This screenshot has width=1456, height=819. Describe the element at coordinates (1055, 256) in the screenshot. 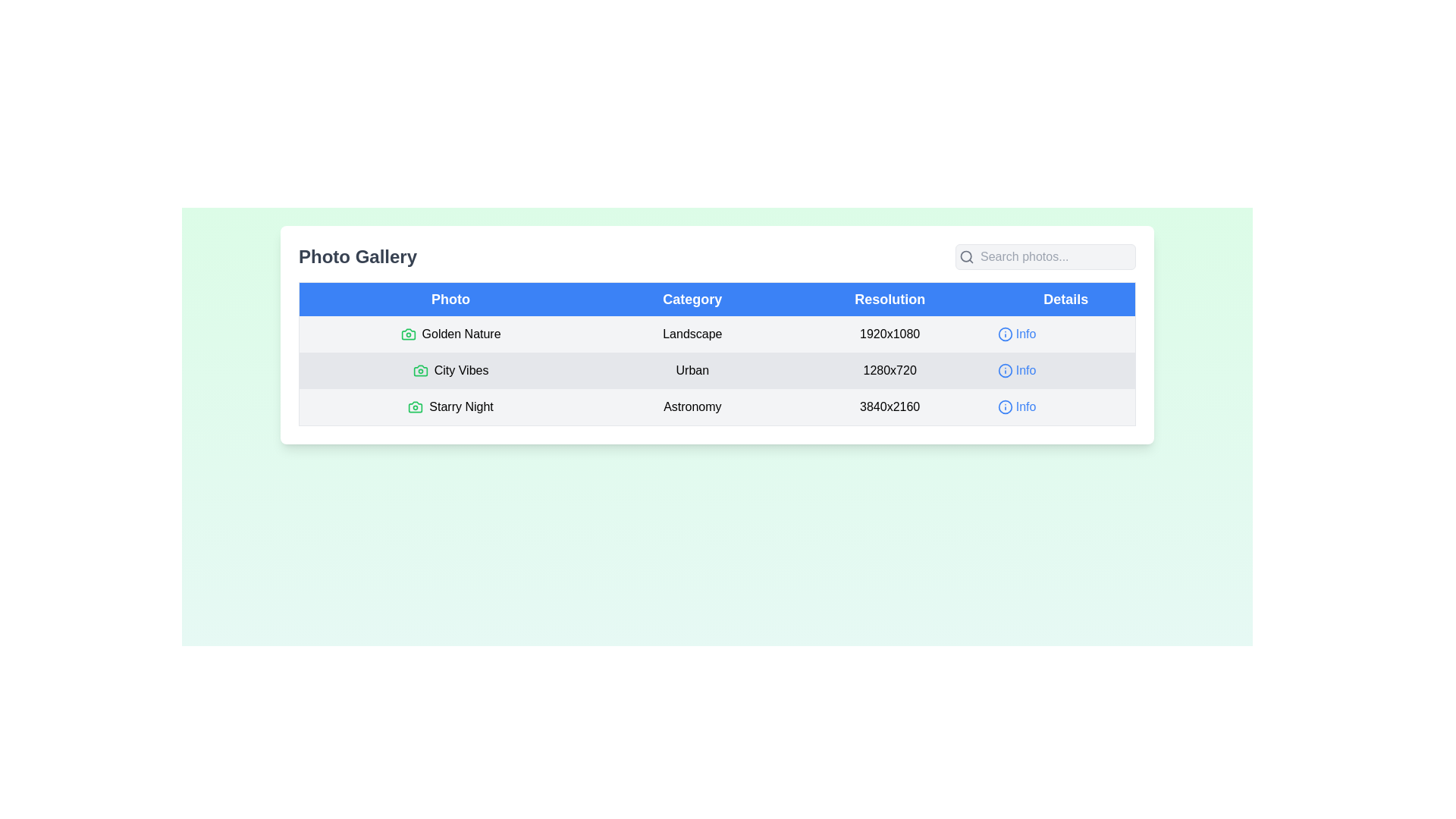

I see `the transparent text input field with placeholder text 'Search photos...' to focus on it` at that location.